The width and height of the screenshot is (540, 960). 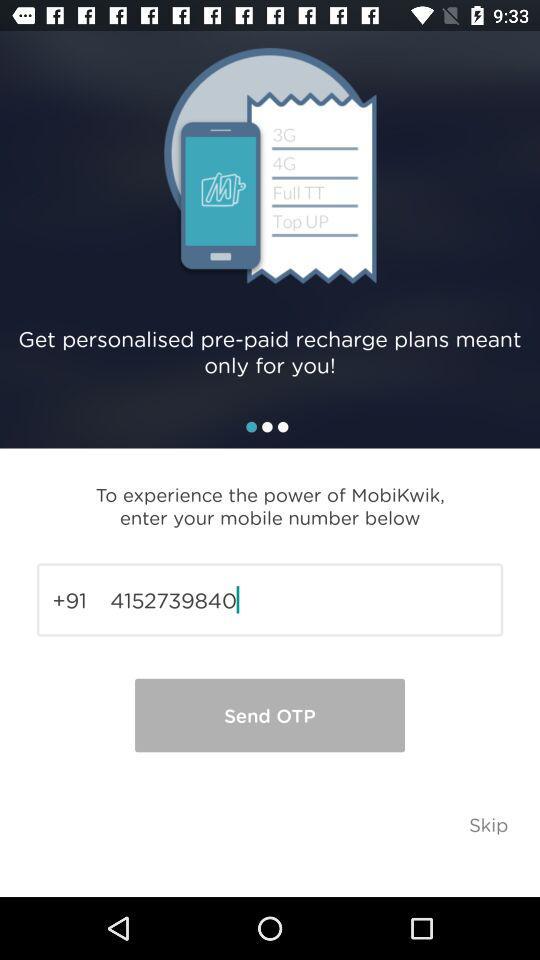 I want to click on the skip at the bottom right corner, so click(x=487, y=824).